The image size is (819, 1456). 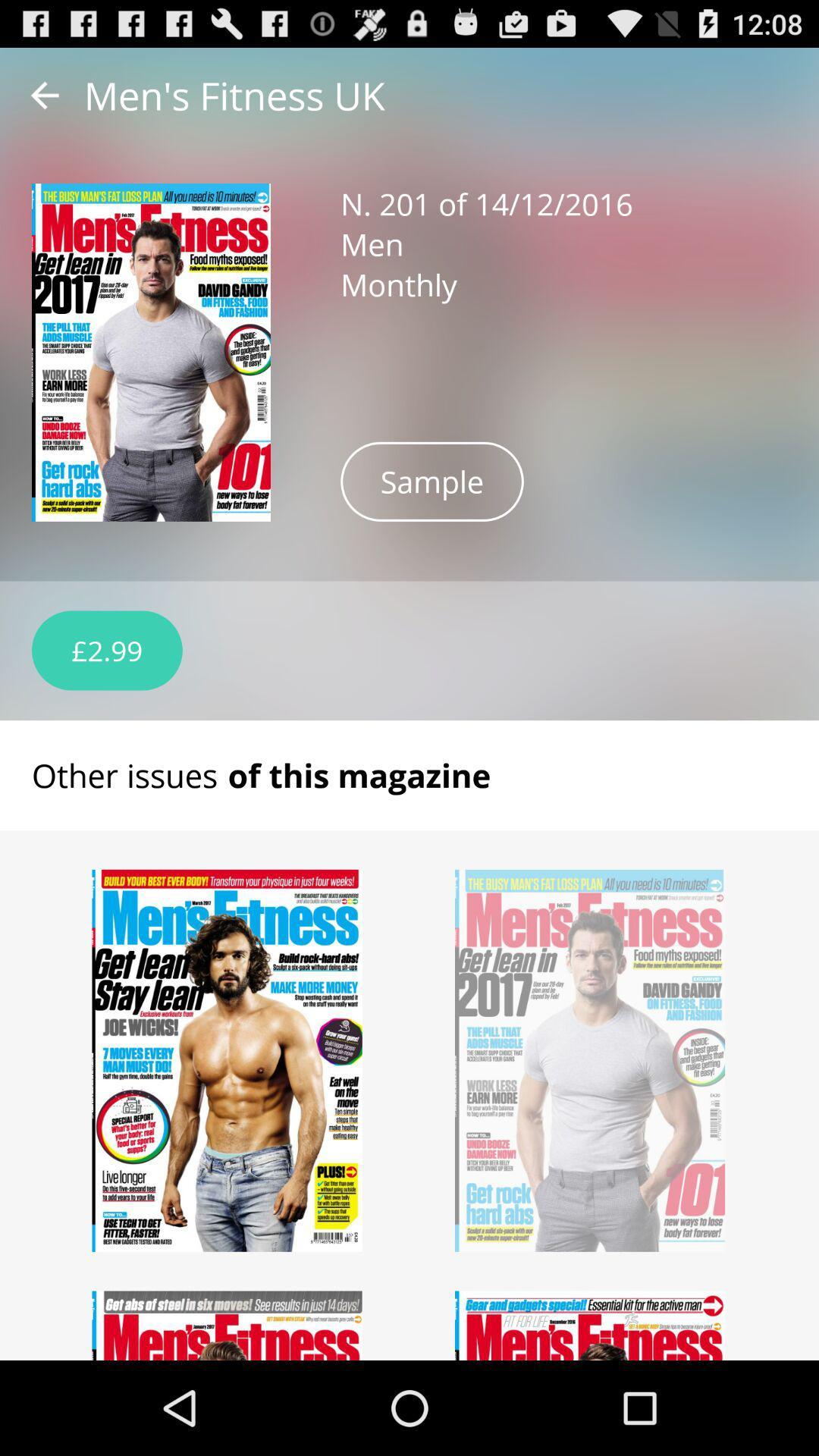 What do you see at coordinates (227, 1325) in the screenshot?
I see `tap for different issue` at bounding box center [227, 1325].